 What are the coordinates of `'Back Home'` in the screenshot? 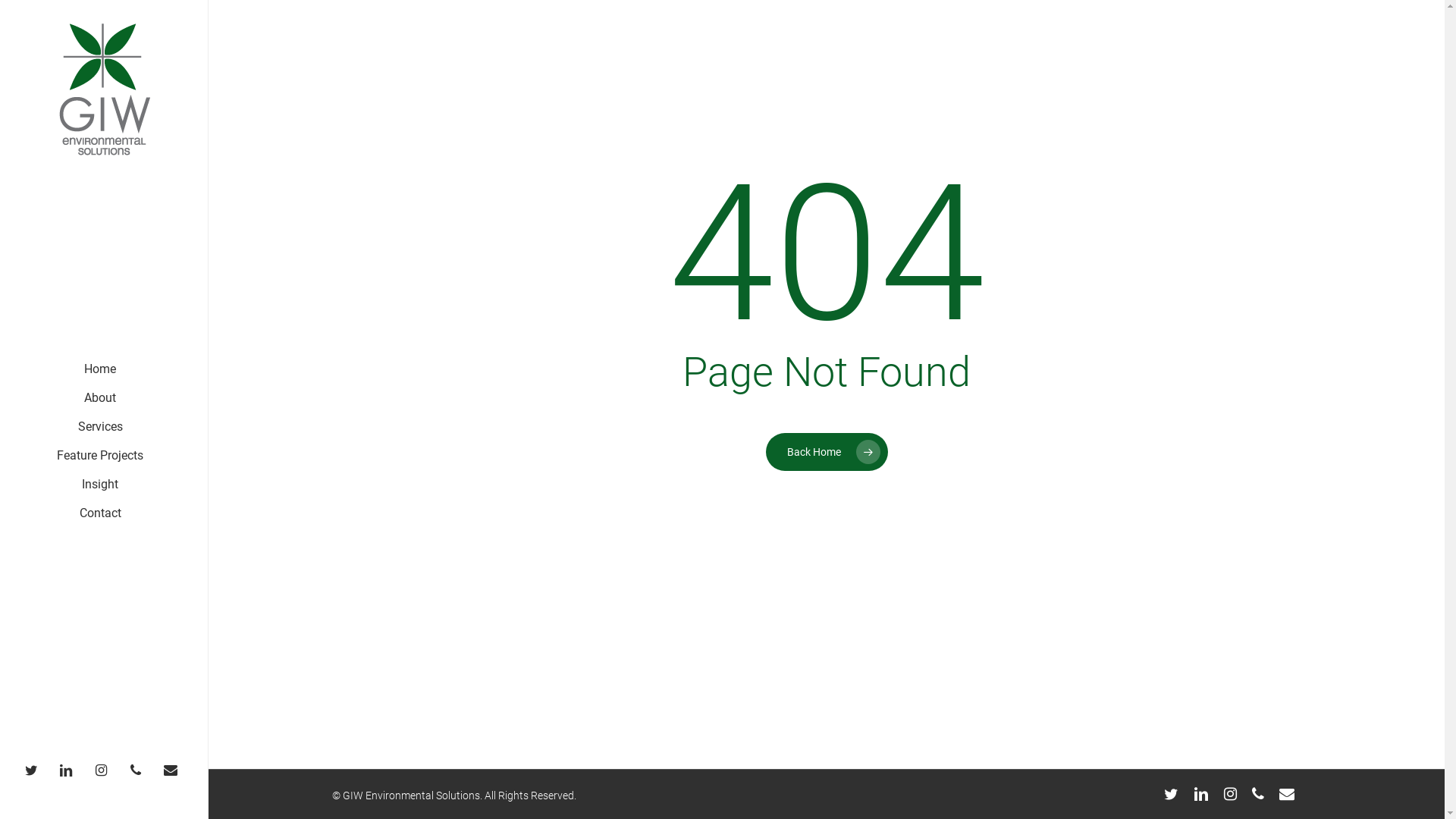 It's located at (826, 450).